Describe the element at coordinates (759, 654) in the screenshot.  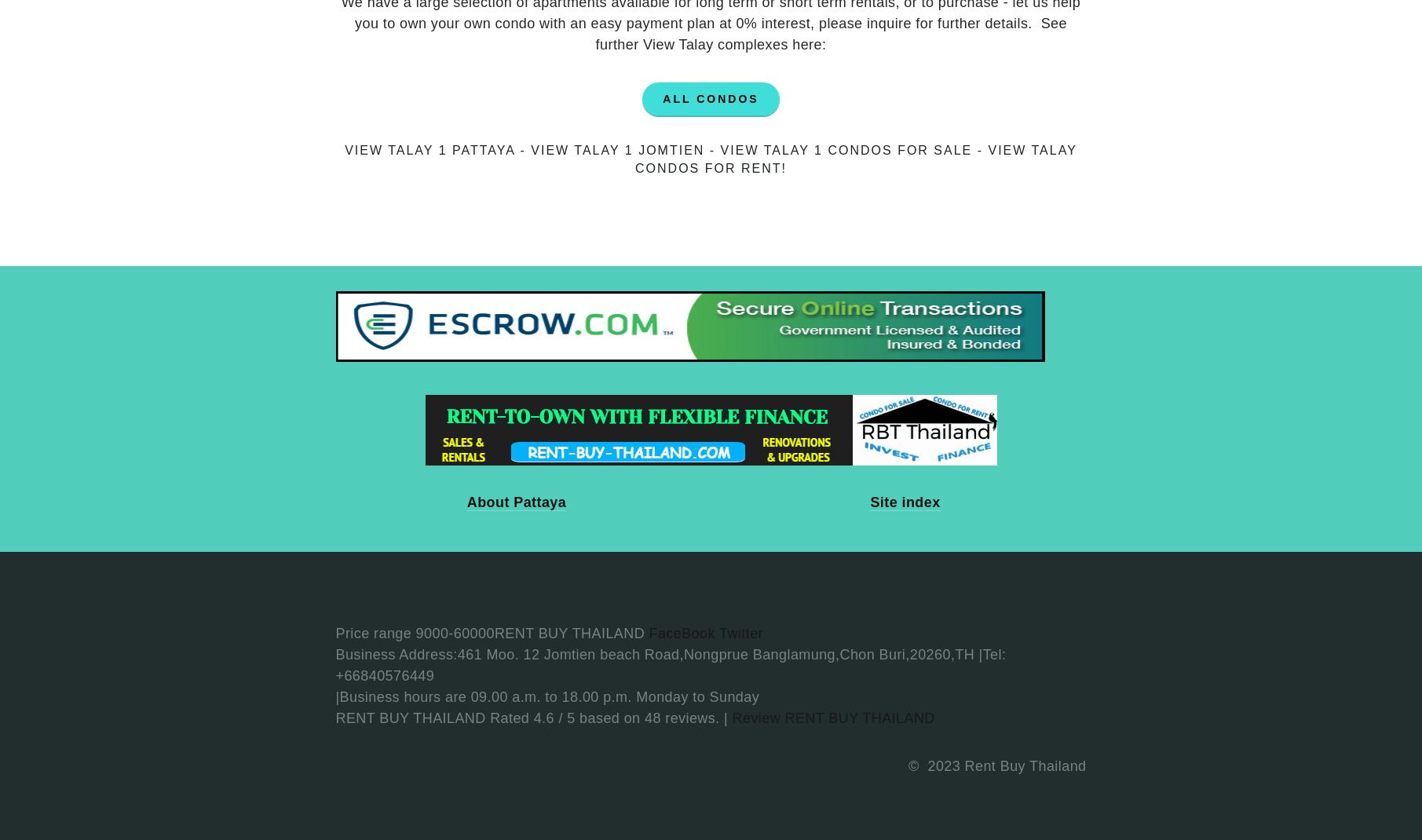
I see `'Nongprue Banglamung'` at that location.